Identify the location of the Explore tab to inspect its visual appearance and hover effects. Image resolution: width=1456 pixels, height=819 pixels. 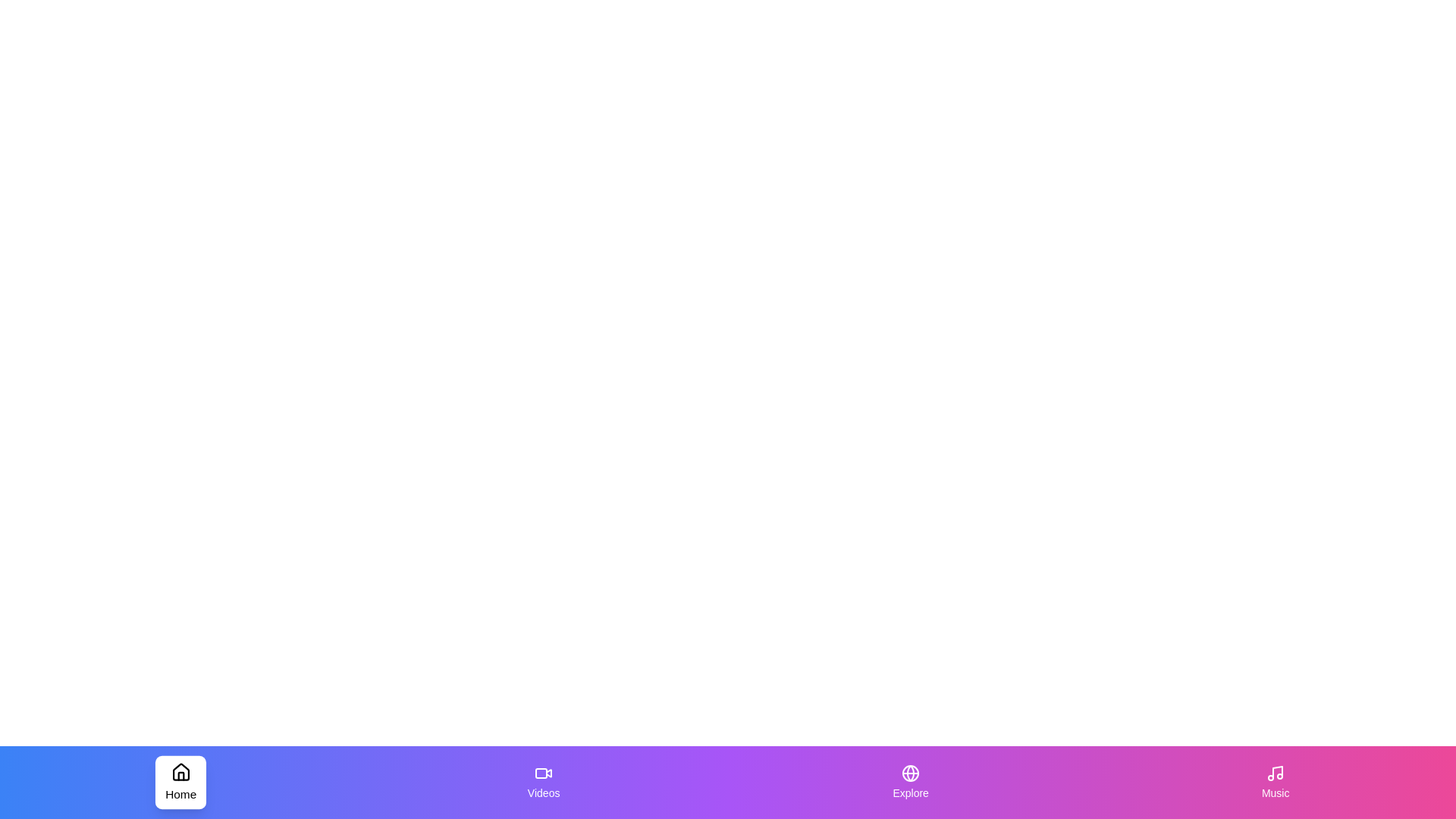
(910, 783).